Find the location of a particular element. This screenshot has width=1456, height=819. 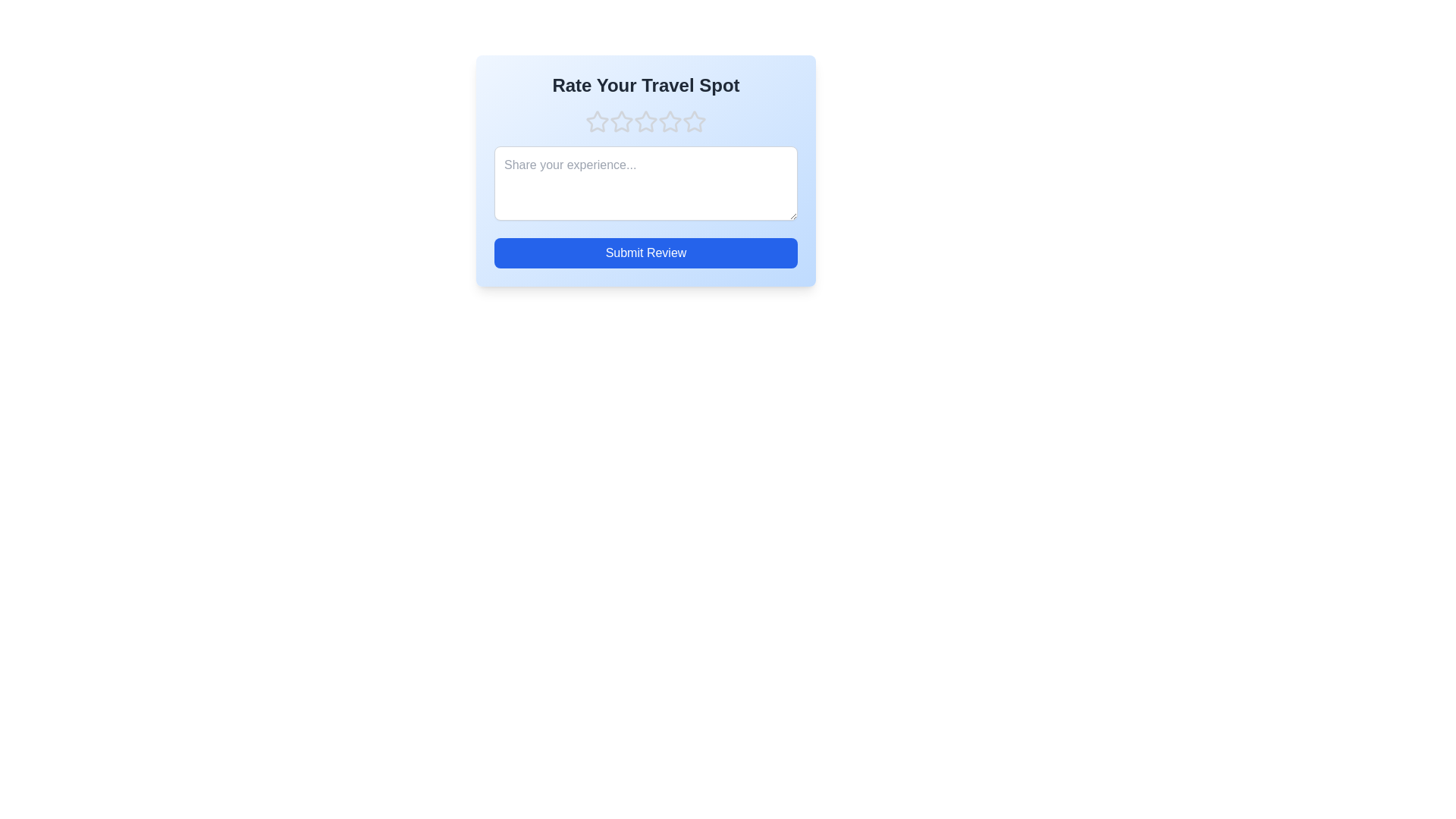

the travel spot rating to 5 stars by clicking on the corresponding star is located at coordinates (694, 121).